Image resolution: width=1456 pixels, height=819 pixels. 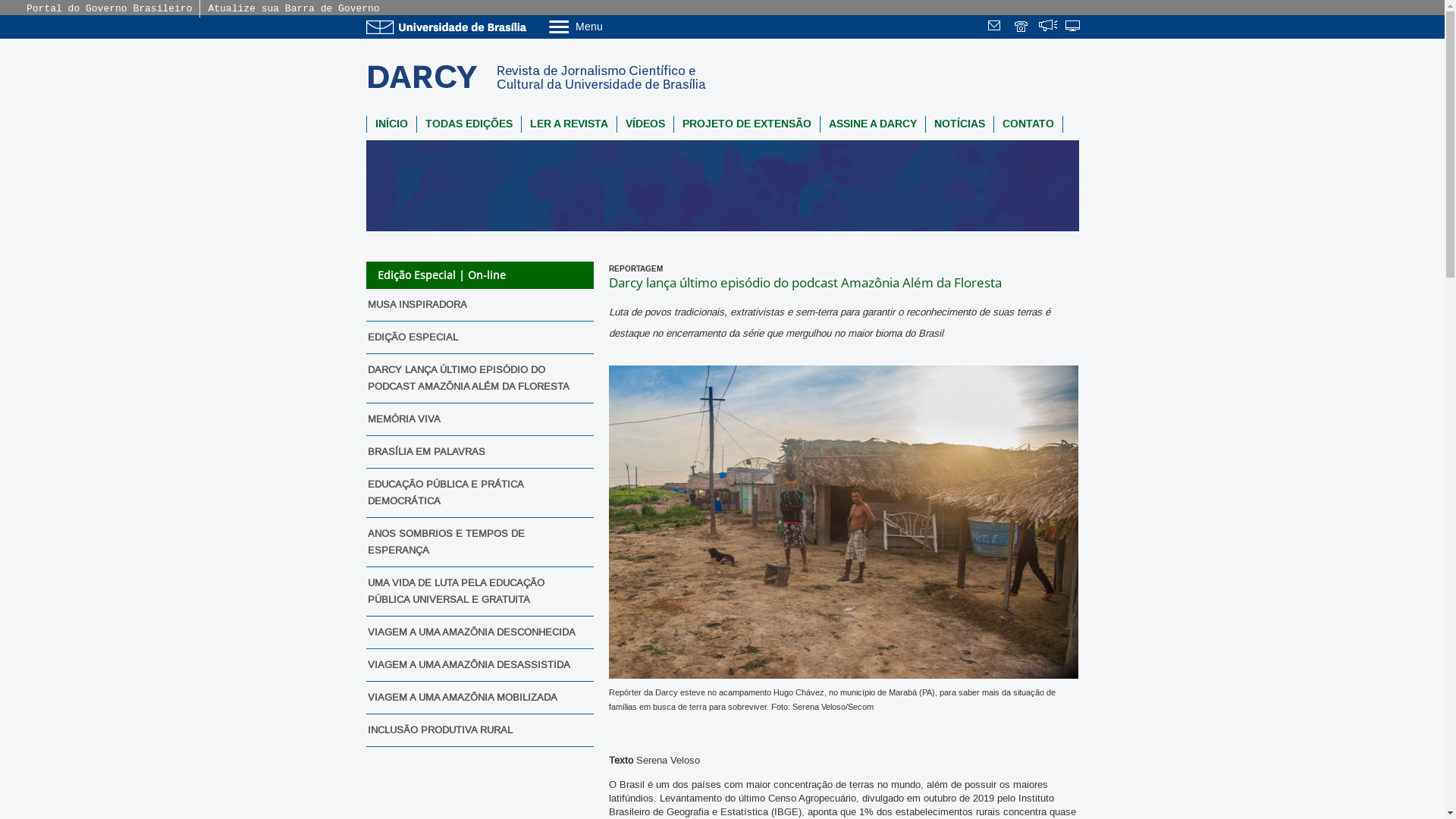 What do you see at coordinates (473, 304) in the screenshot?
I see `'MUSA INSPIRADORA'` at bounding box center [473, 304].